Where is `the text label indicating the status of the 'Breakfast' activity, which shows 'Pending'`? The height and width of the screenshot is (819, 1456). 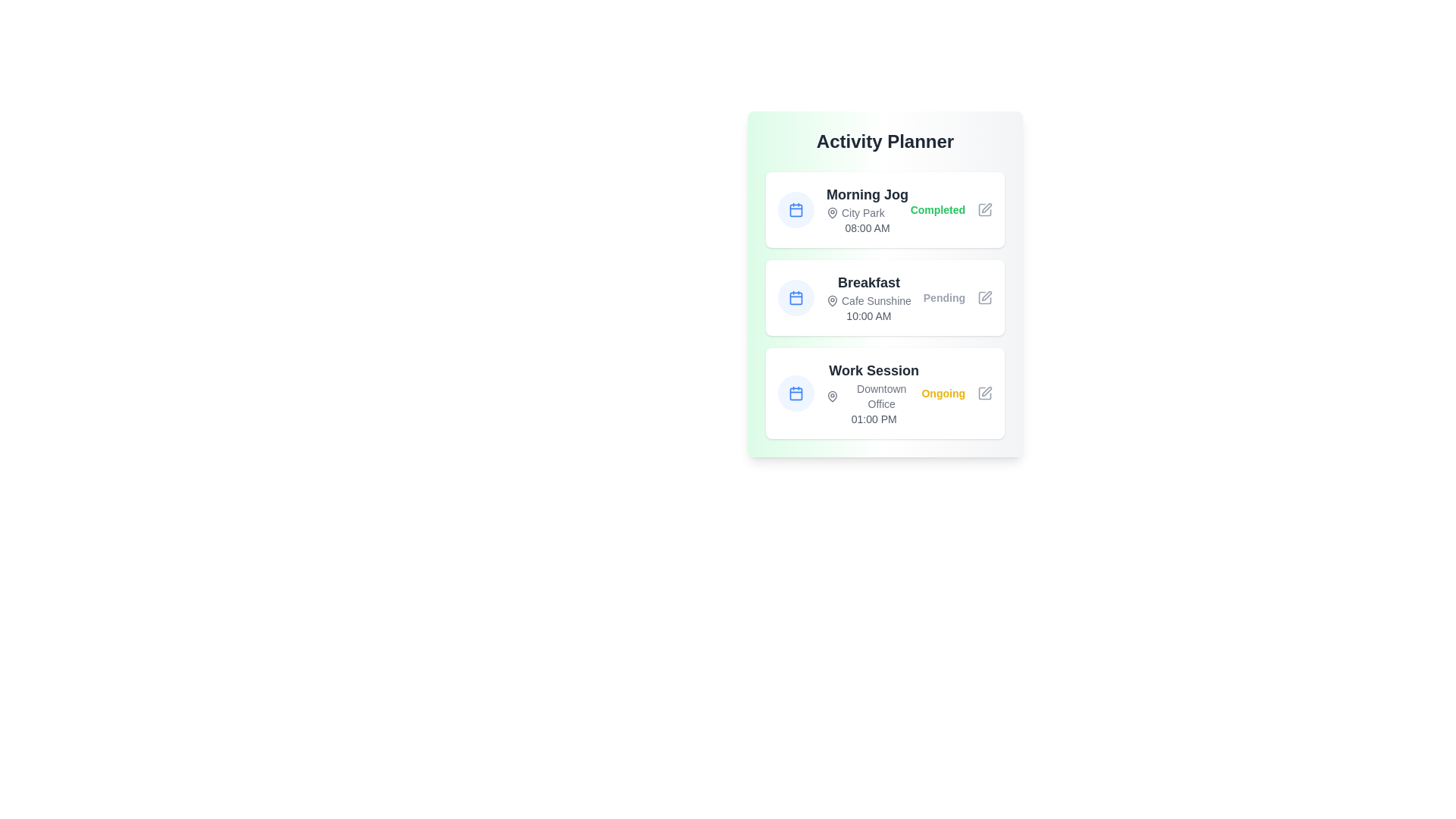 the text label indicating the status of the 'Breakfast' activity, which shows 'Pending' is located at coordinates (943, 298).